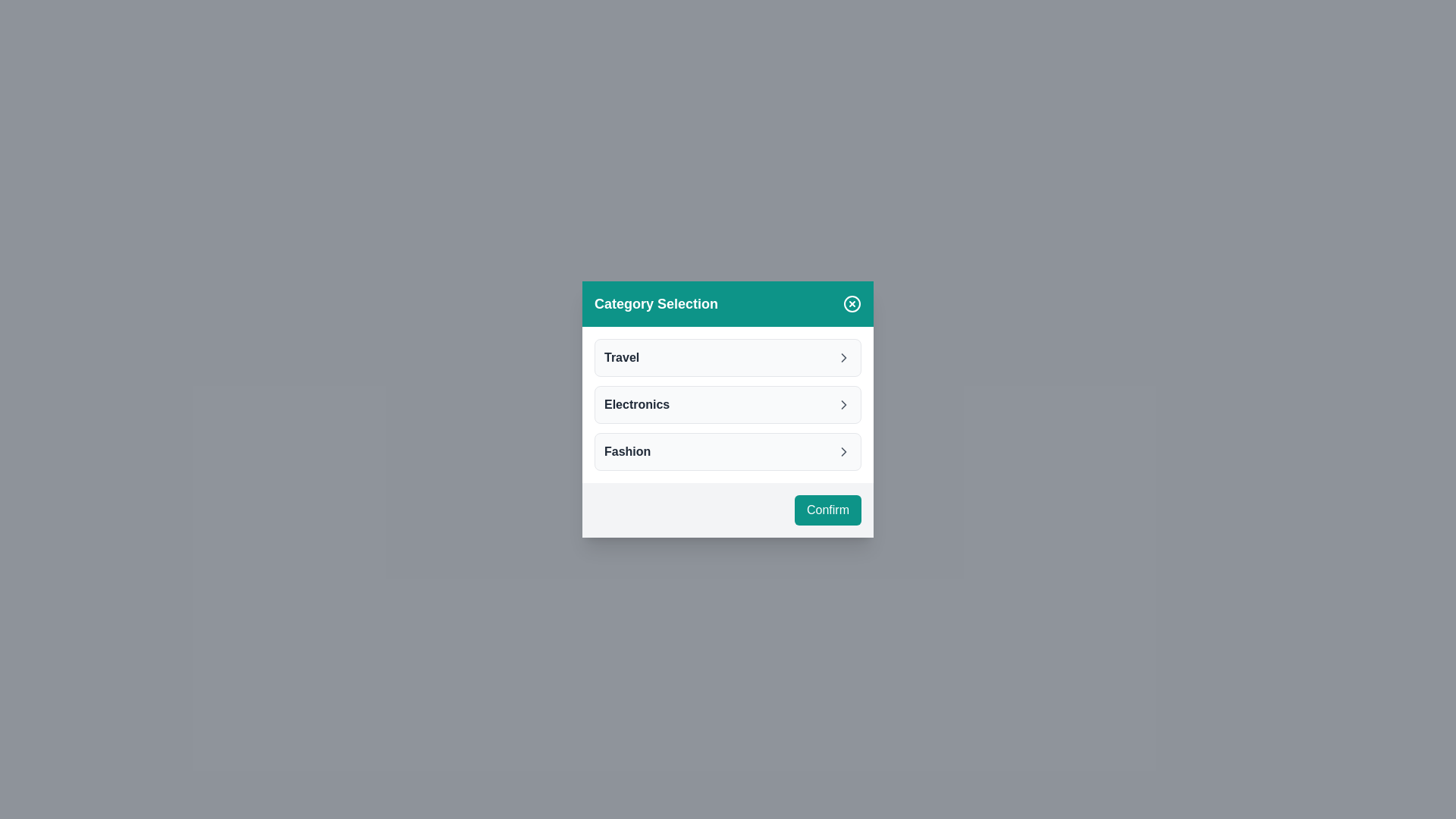 This screenshot has height=819, width=1456. What do you see at coordinates (827, 510) in the screenshot?
I see `the 'Confirm' button to save the selection` at bounding box center [827, 510].